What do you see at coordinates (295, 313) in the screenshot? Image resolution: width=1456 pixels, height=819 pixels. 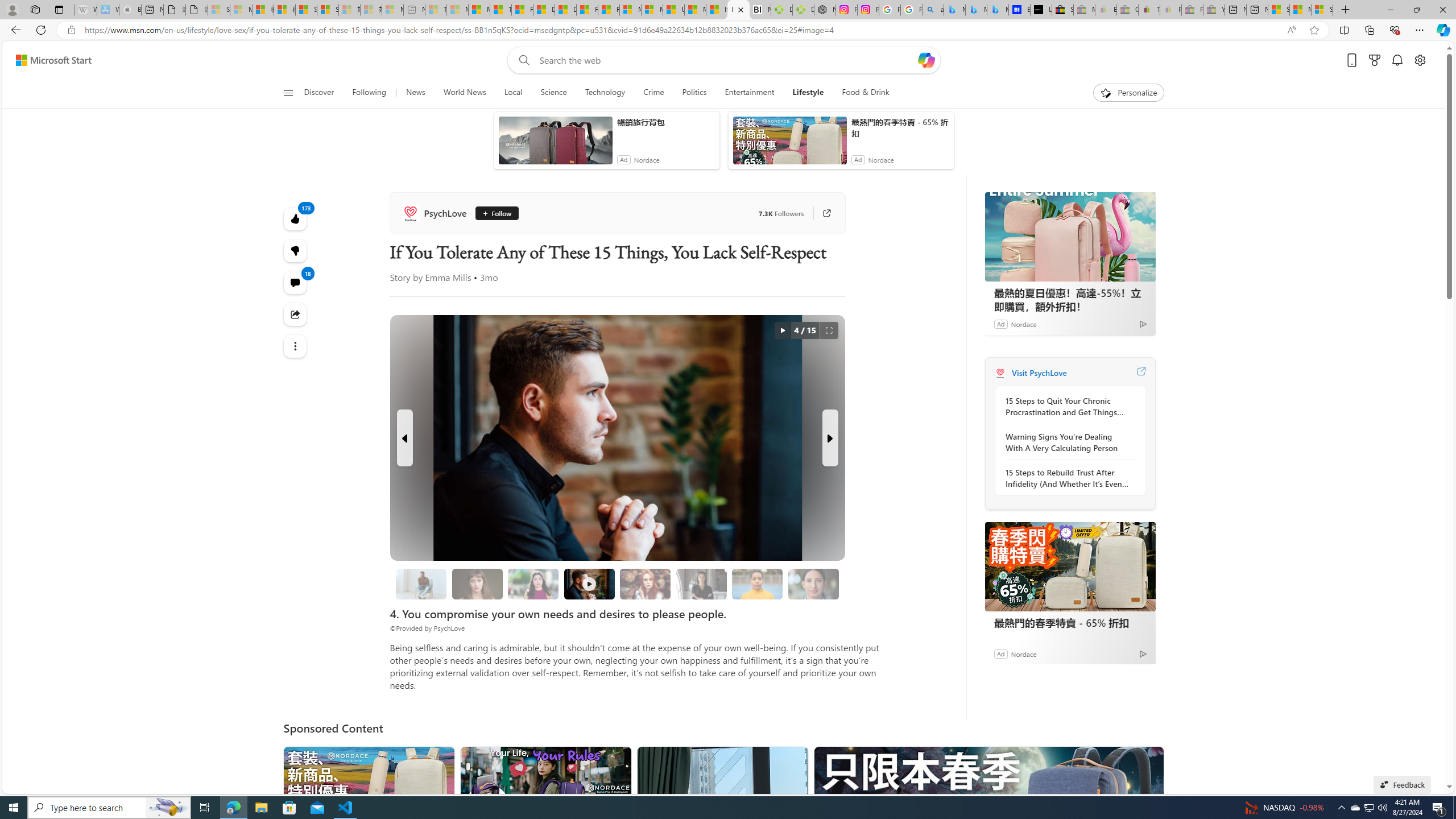 I see `'Share this story'` at bounding box center [295, 313].